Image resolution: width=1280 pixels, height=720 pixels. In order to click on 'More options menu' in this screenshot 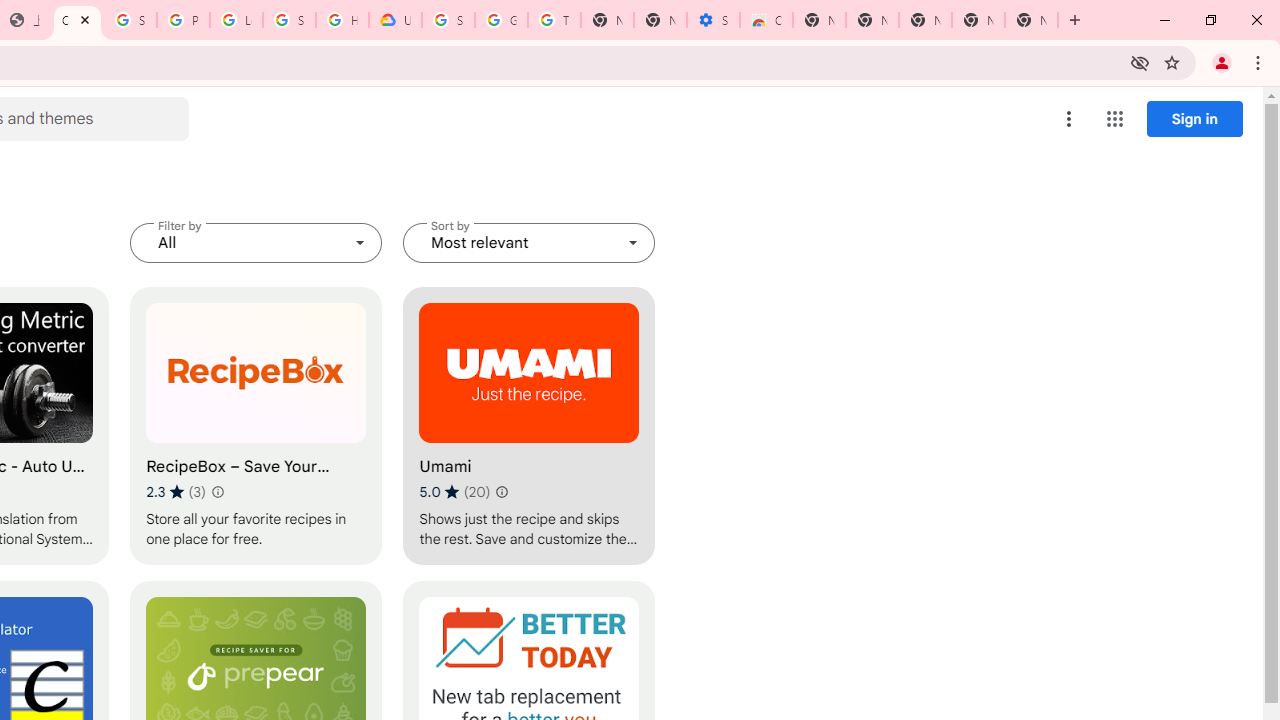, I will do `click(1068, 119)`.